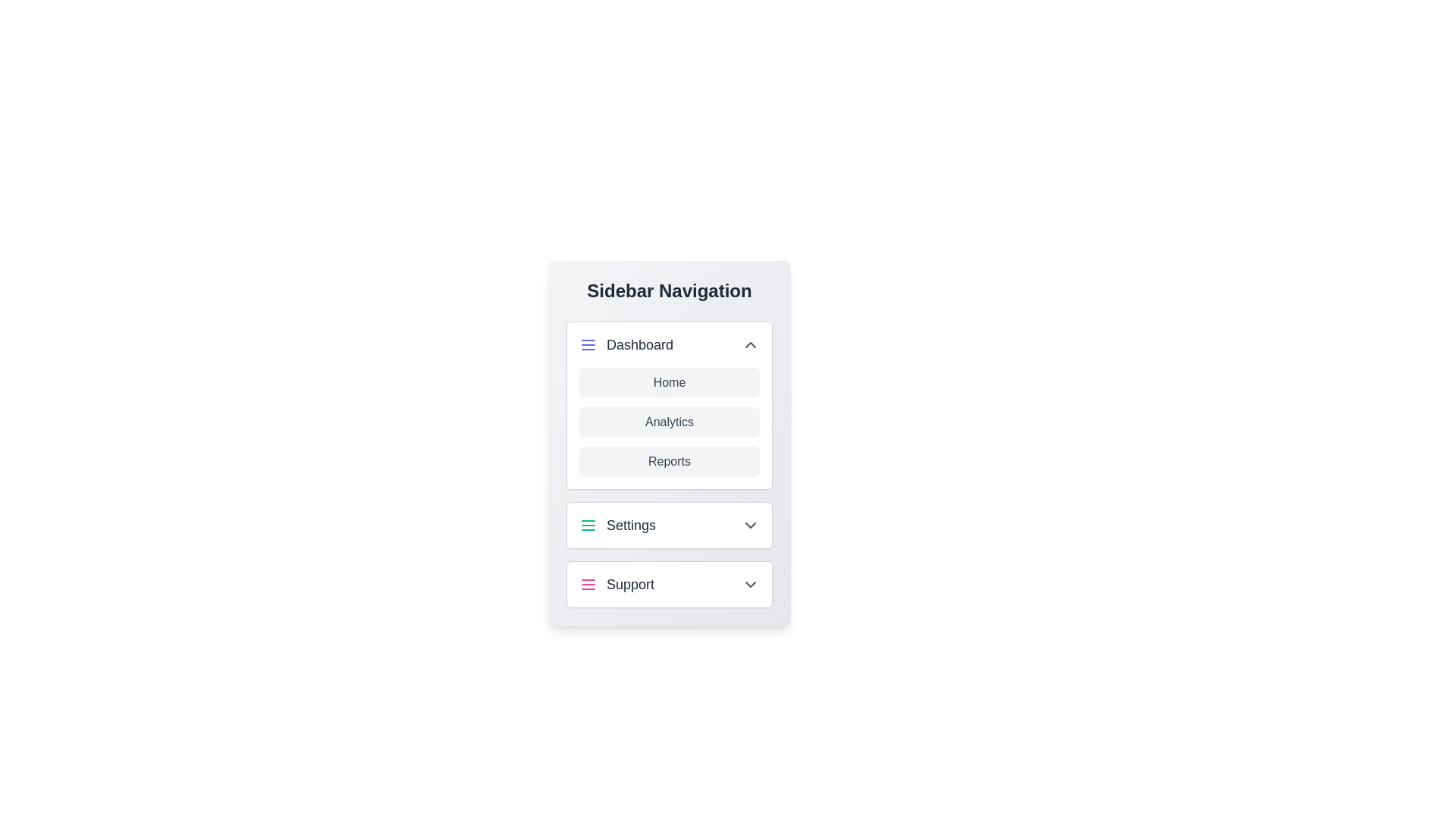 The width and height of the screenshot is (1456, 819). I want to click on the 'Analytics' button located in the second row of the navigational menu under the 'Dashboard' collapsible section, so click(669, 422).